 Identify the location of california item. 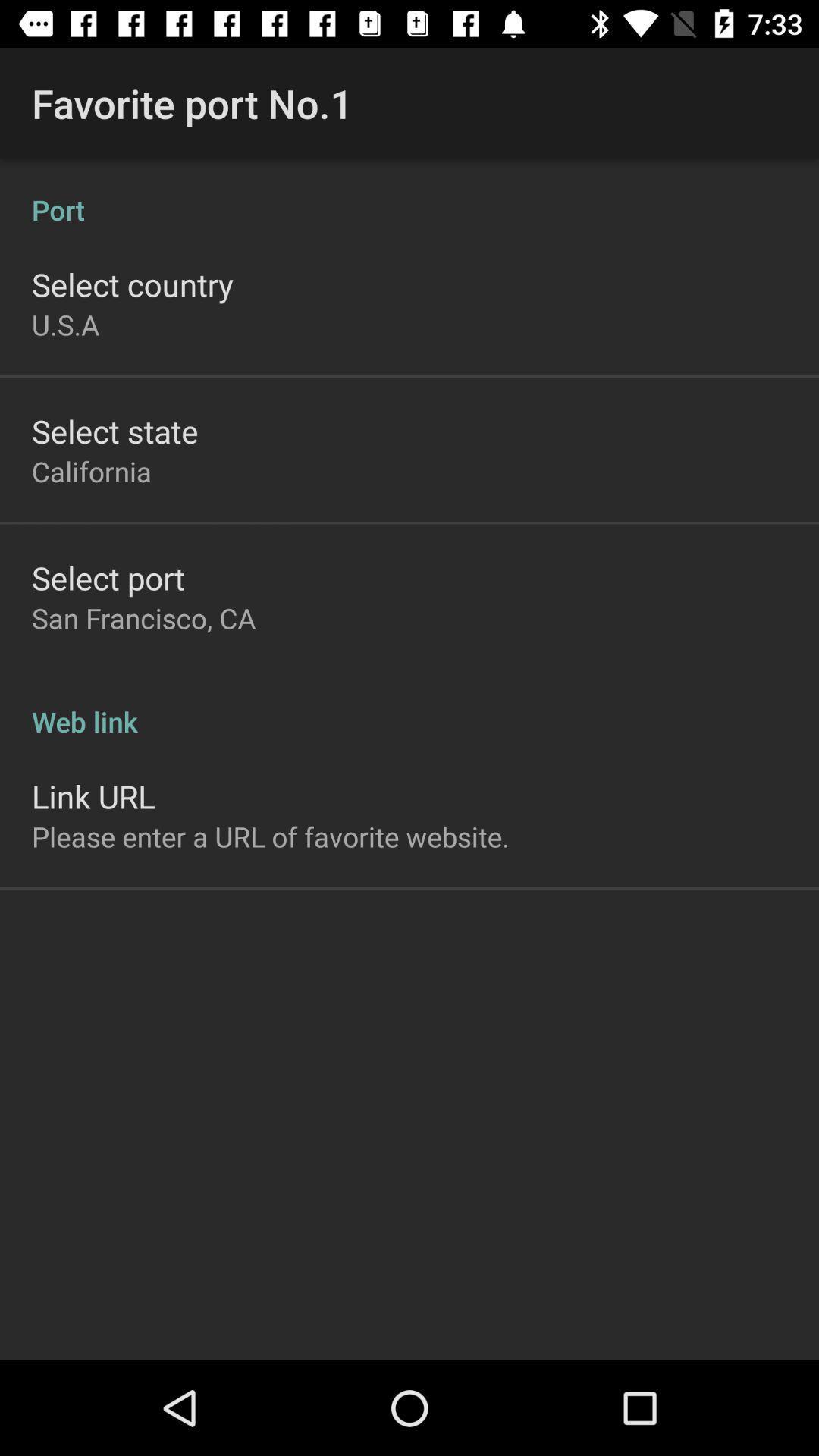
(92, 470).